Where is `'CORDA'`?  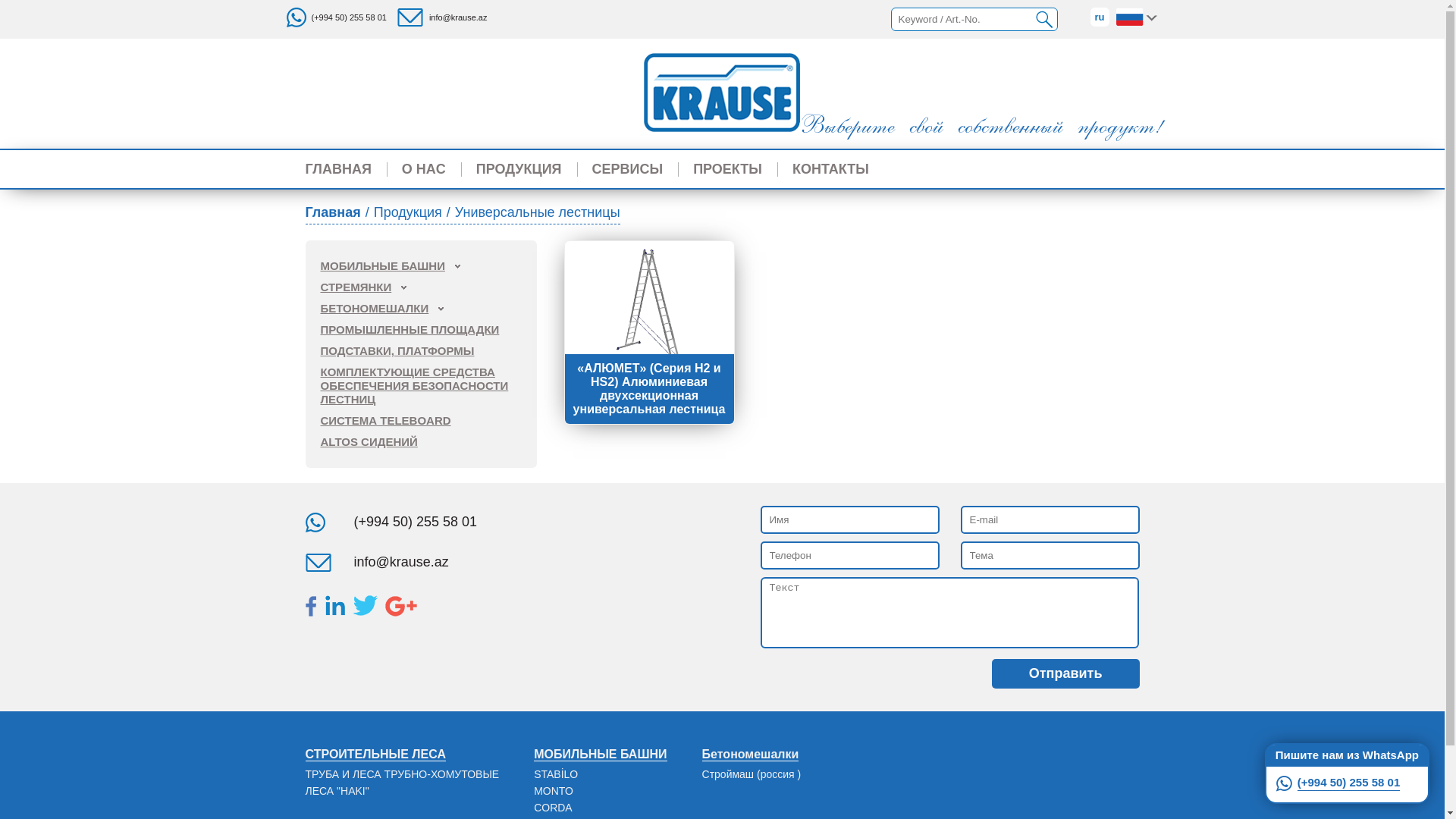
'CORDA' is located at coordinates (552, 806).